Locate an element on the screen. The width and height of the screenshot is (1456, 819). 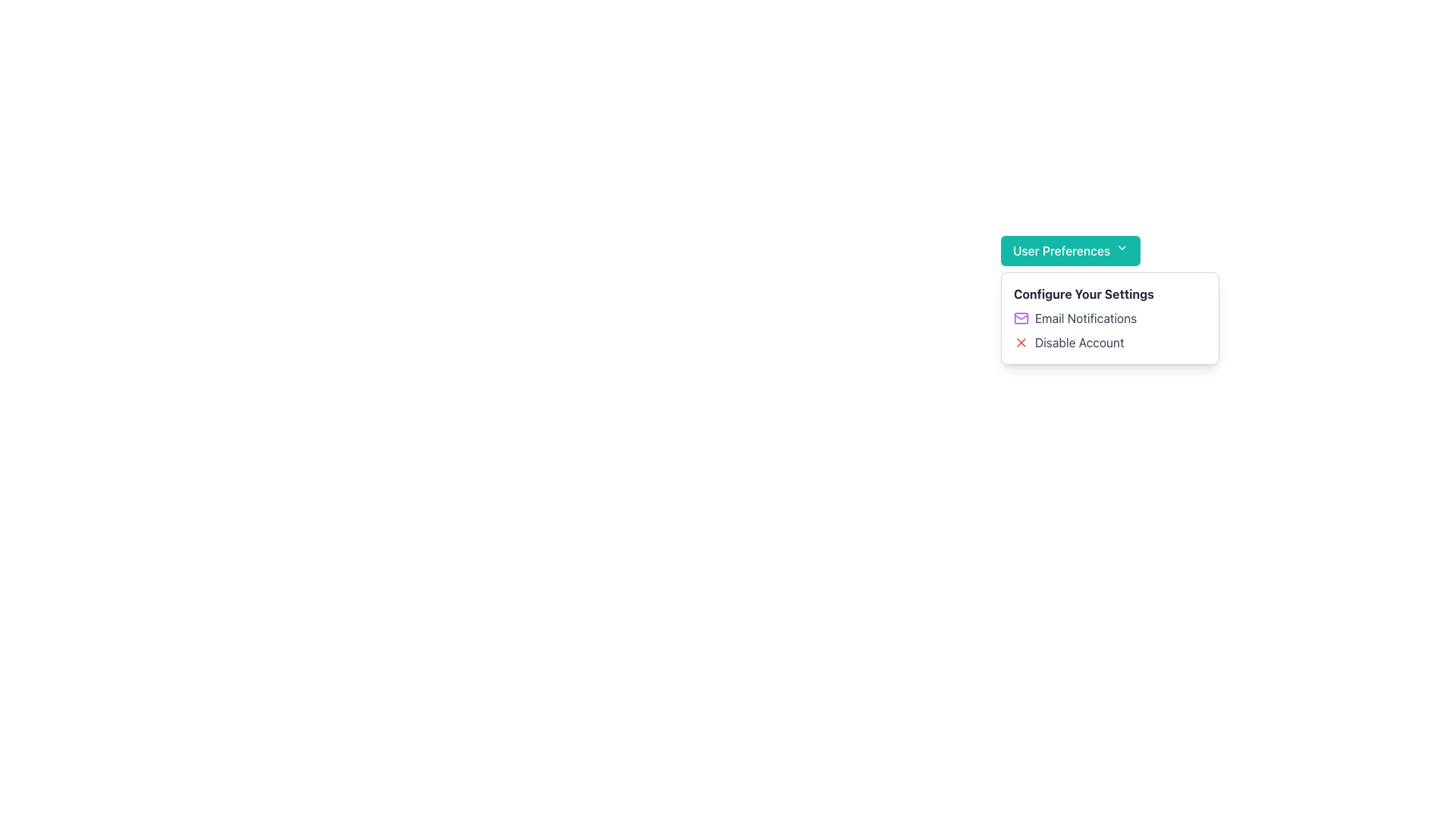
the options in the dropdown menu titled 'Configure Your Settings' which contains 'Email Notifications' and 'Disable Account' is located at coordinates (1109, 318).